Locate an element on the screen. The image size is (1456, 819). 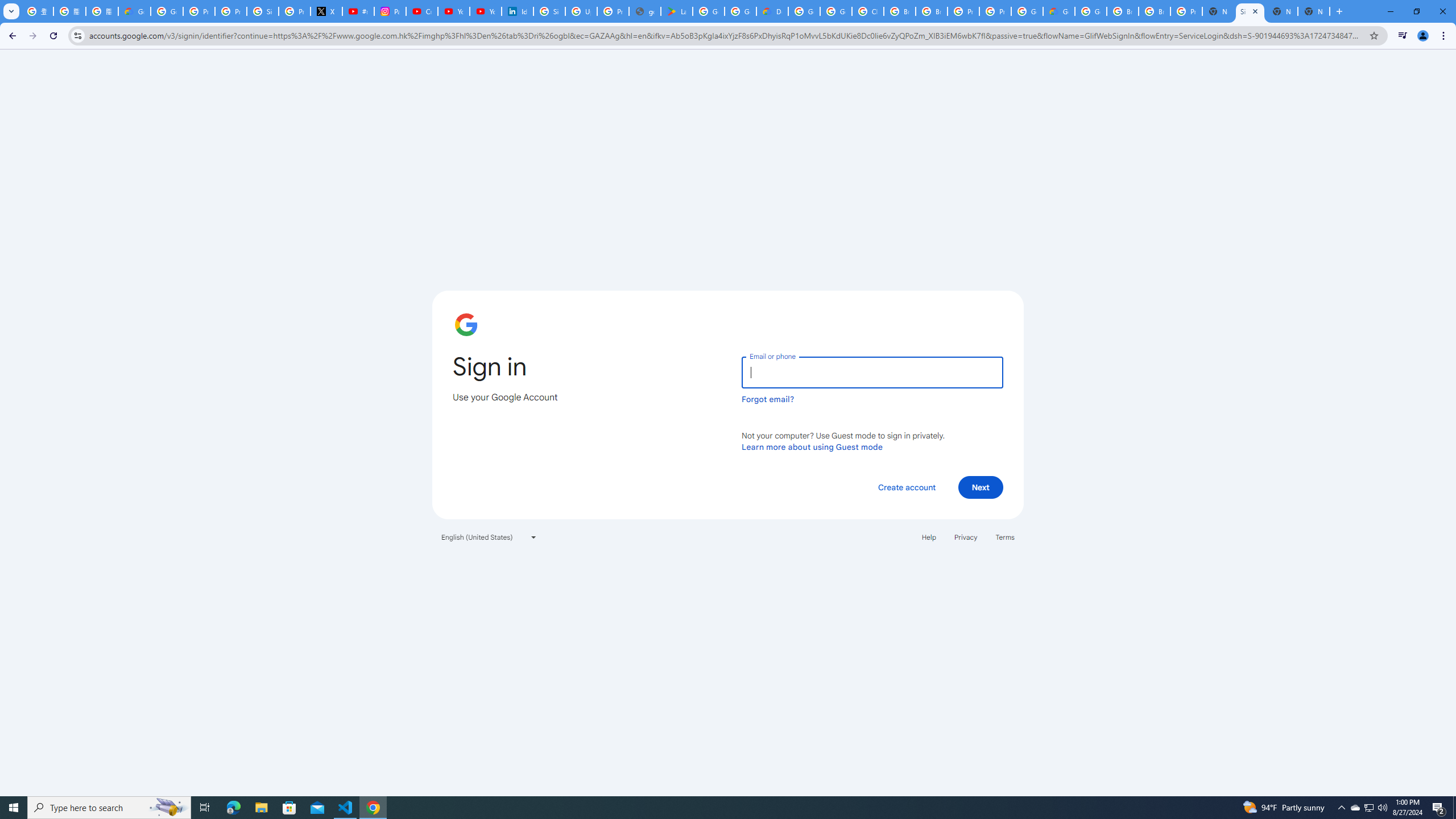
'Privacy' is located at coordinates (965, 536).